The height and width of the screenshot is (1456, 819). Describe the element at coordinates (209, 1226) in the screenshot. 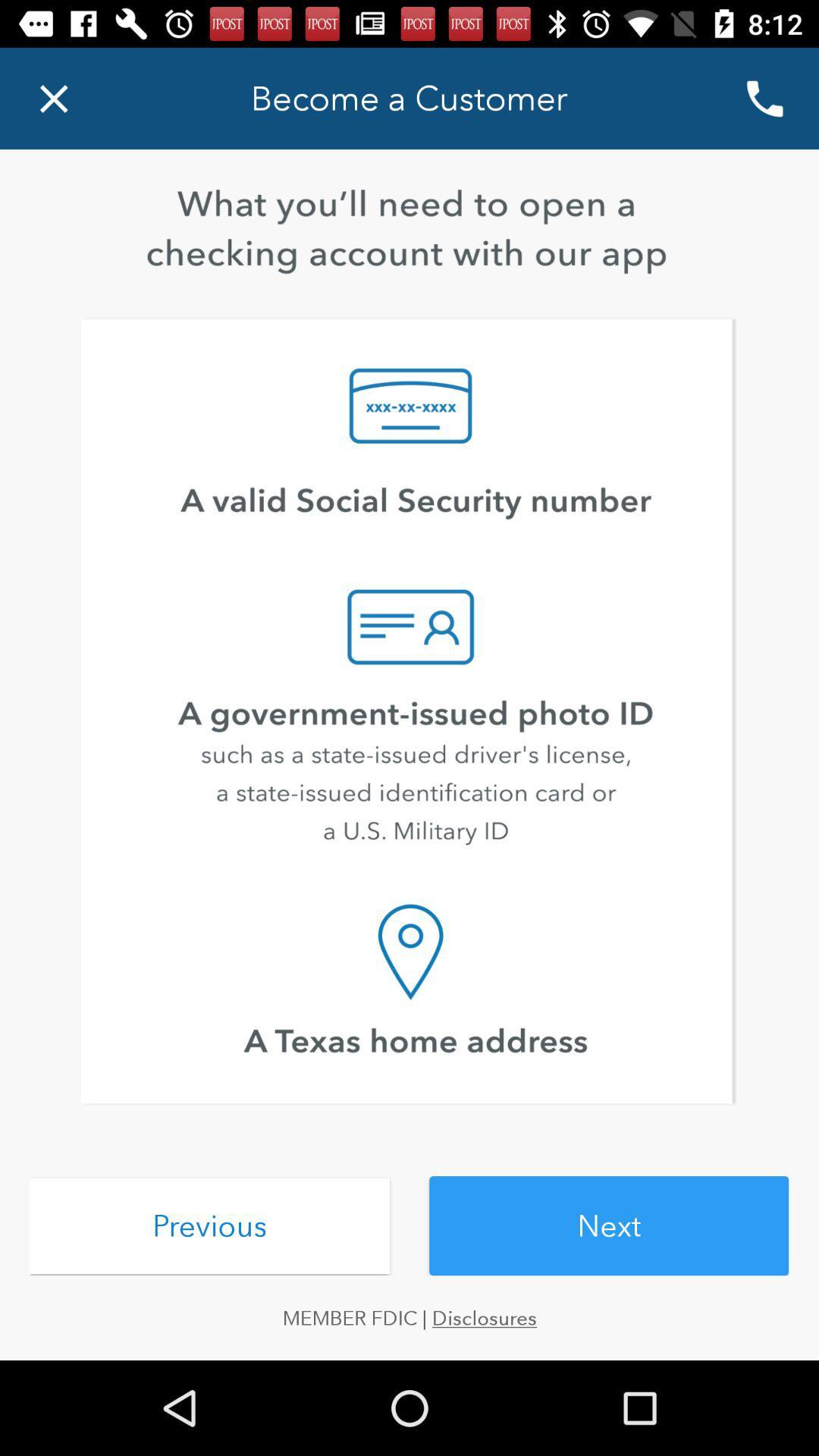

I see `the previous at the bottom left corner` at that location.